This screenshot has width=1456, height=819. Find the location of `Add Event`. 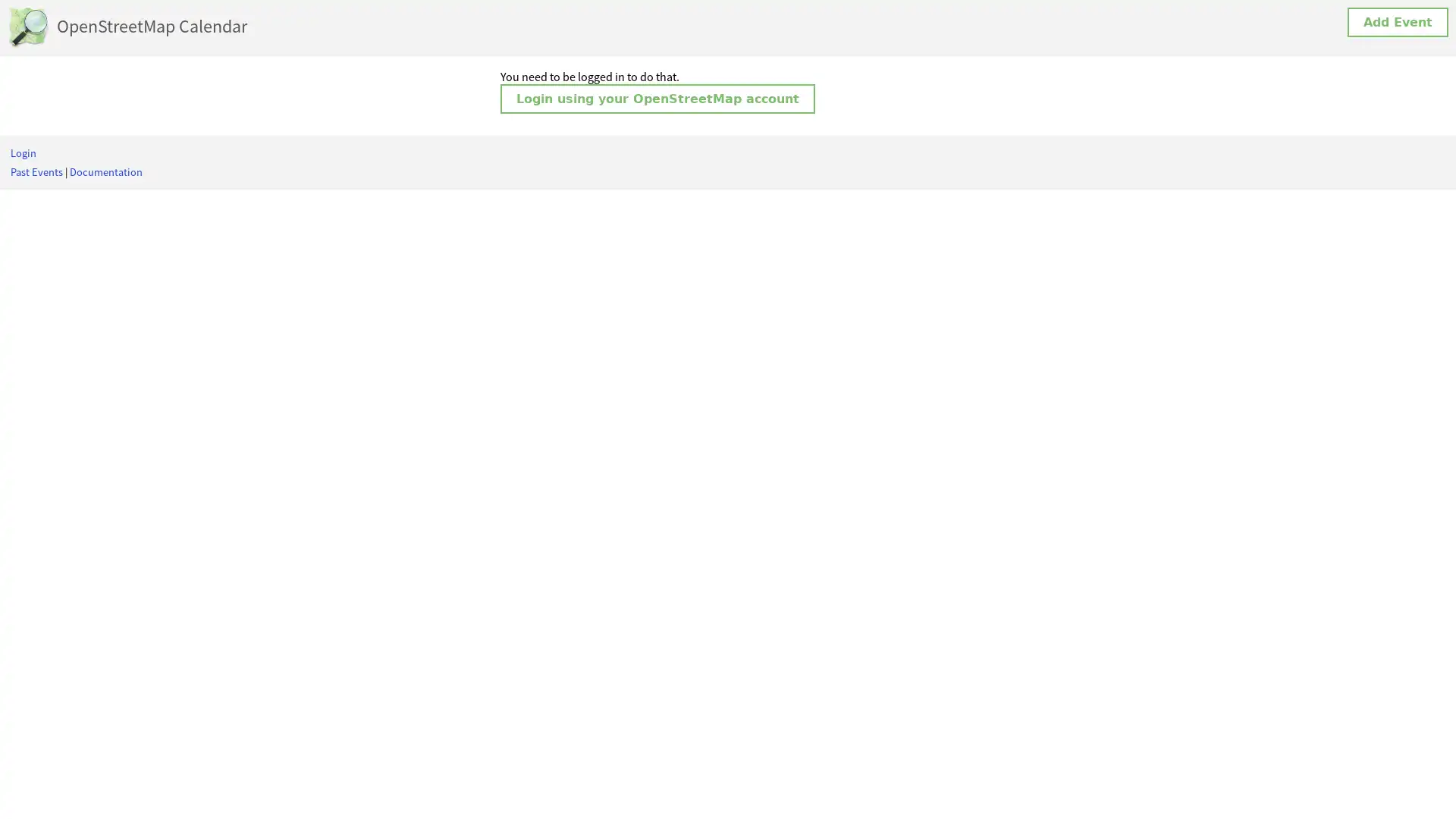

Add Event is located at coordinates (1397, 22).